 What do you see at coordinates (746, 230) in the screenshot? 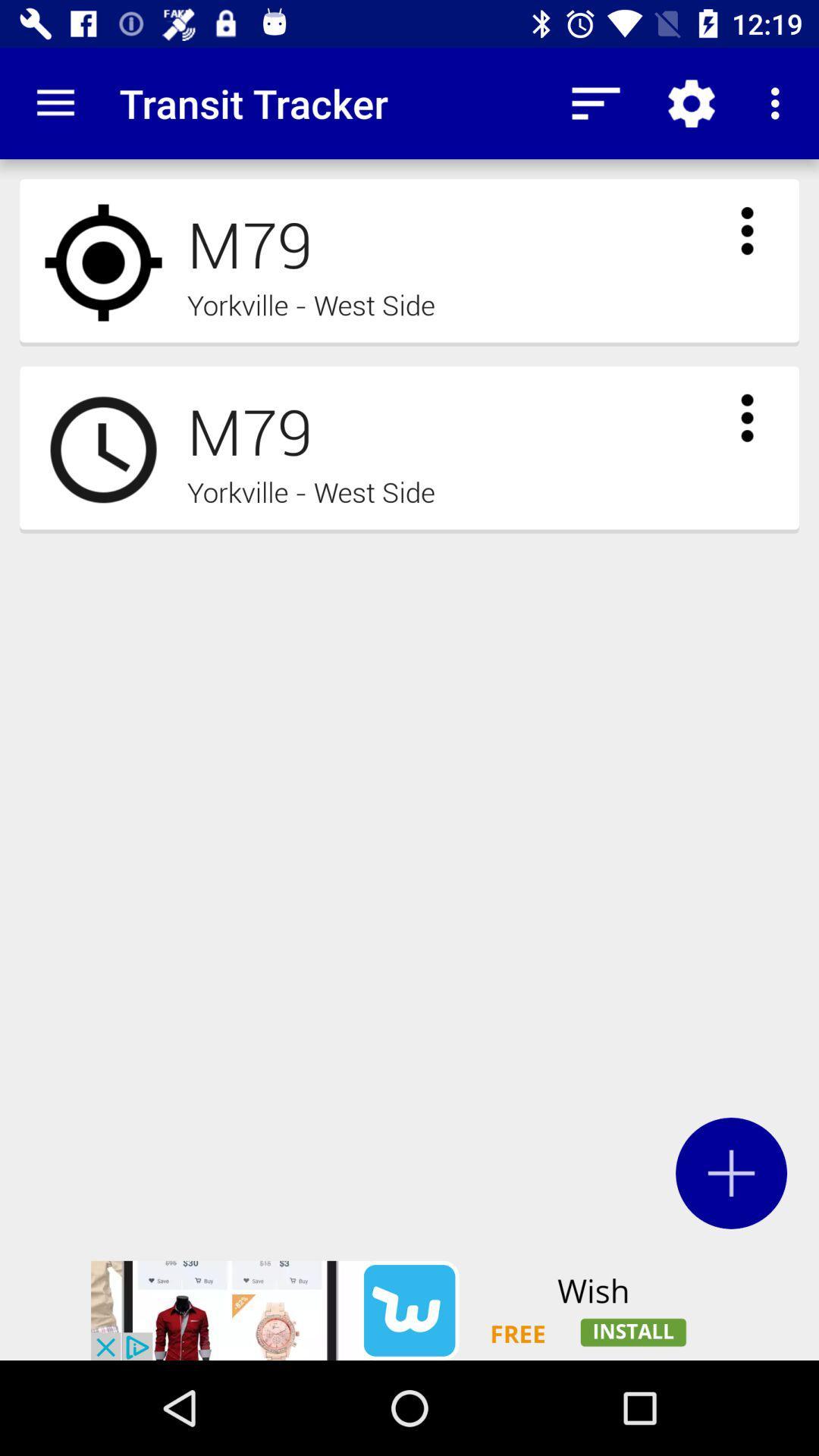
I see `to view options` at bounding box center [746, 230].